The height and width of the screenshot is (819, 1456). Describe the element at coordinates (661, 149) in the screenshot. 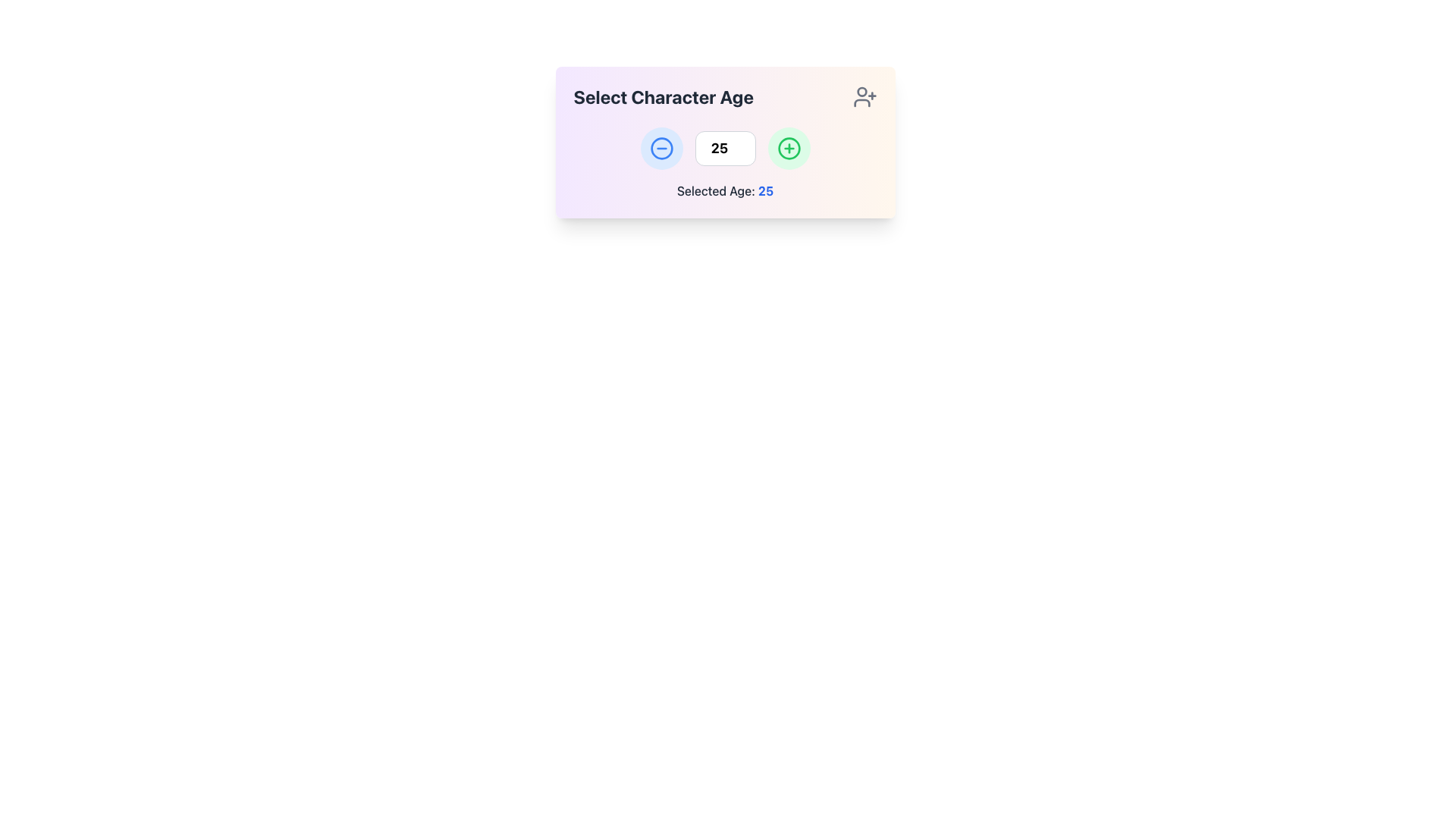

I see `the decrement button located to the left of the numerical input field in the 'Select Character Age' card for accessibility purposes` at that location.